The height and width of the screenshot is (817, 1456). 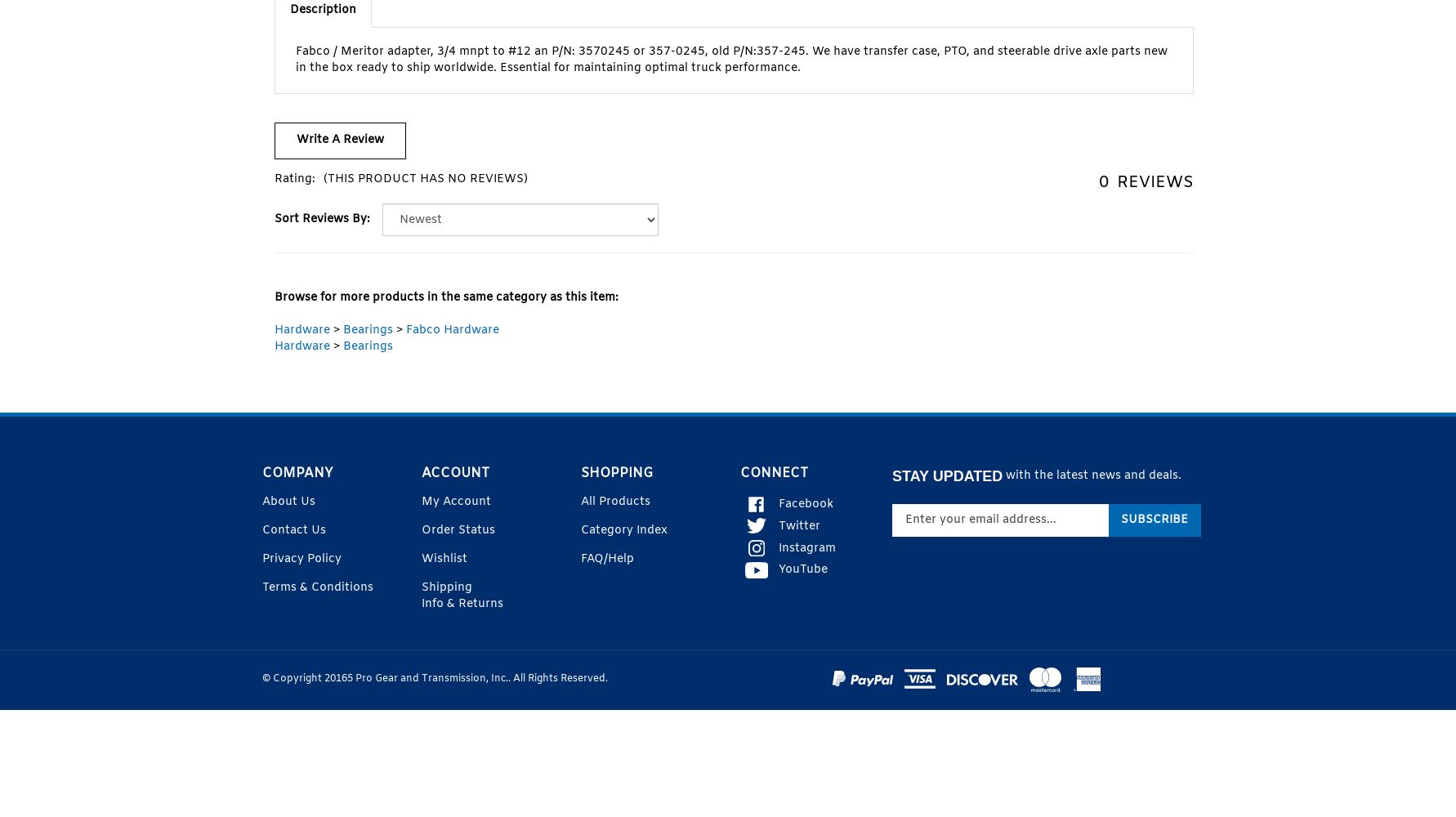 I want to click on 'Facebook', so click(x=805, y=502).